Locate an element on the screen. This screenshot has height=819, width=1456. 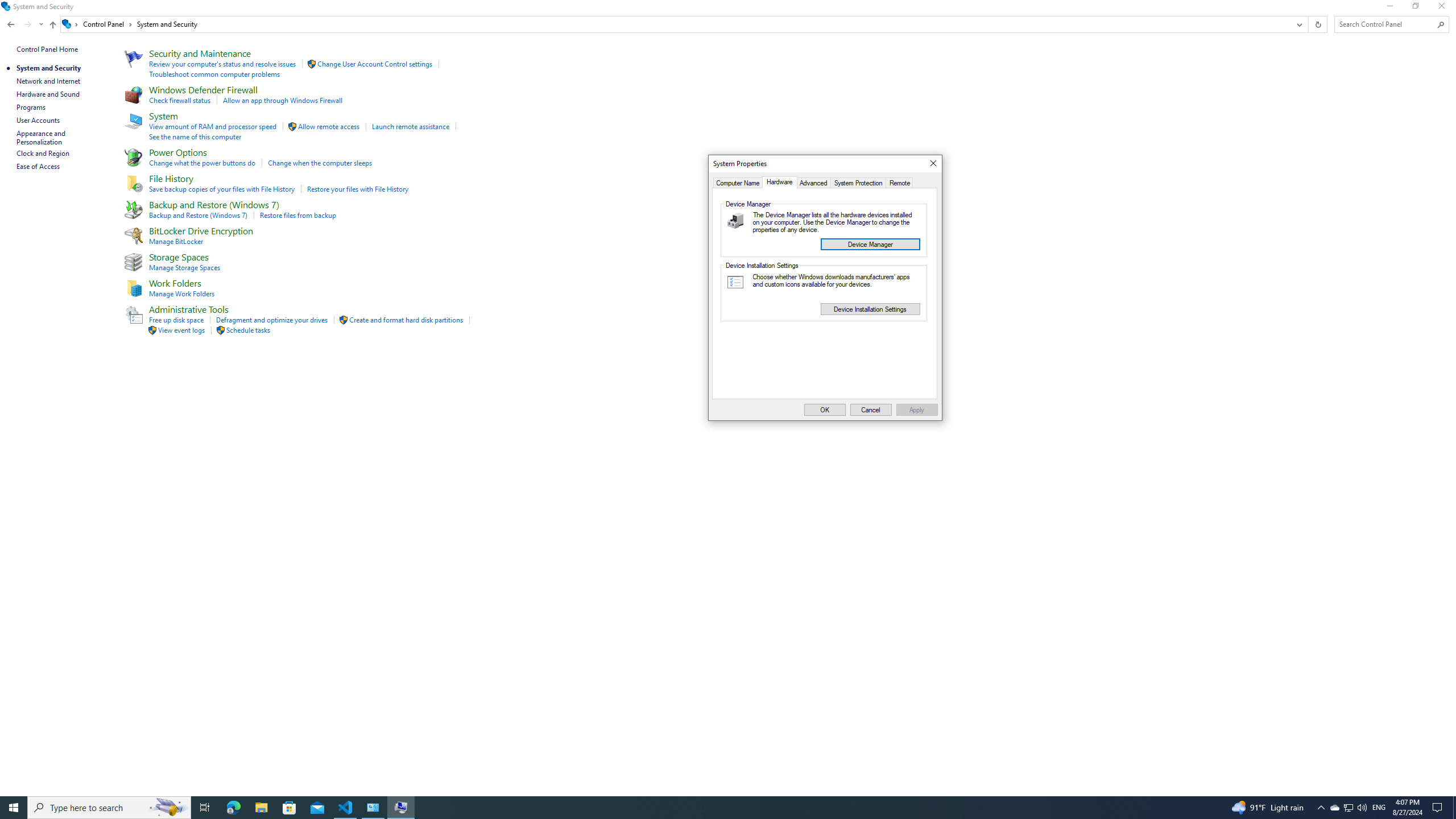
'Device Manager' is located at coordinates (869, 243).